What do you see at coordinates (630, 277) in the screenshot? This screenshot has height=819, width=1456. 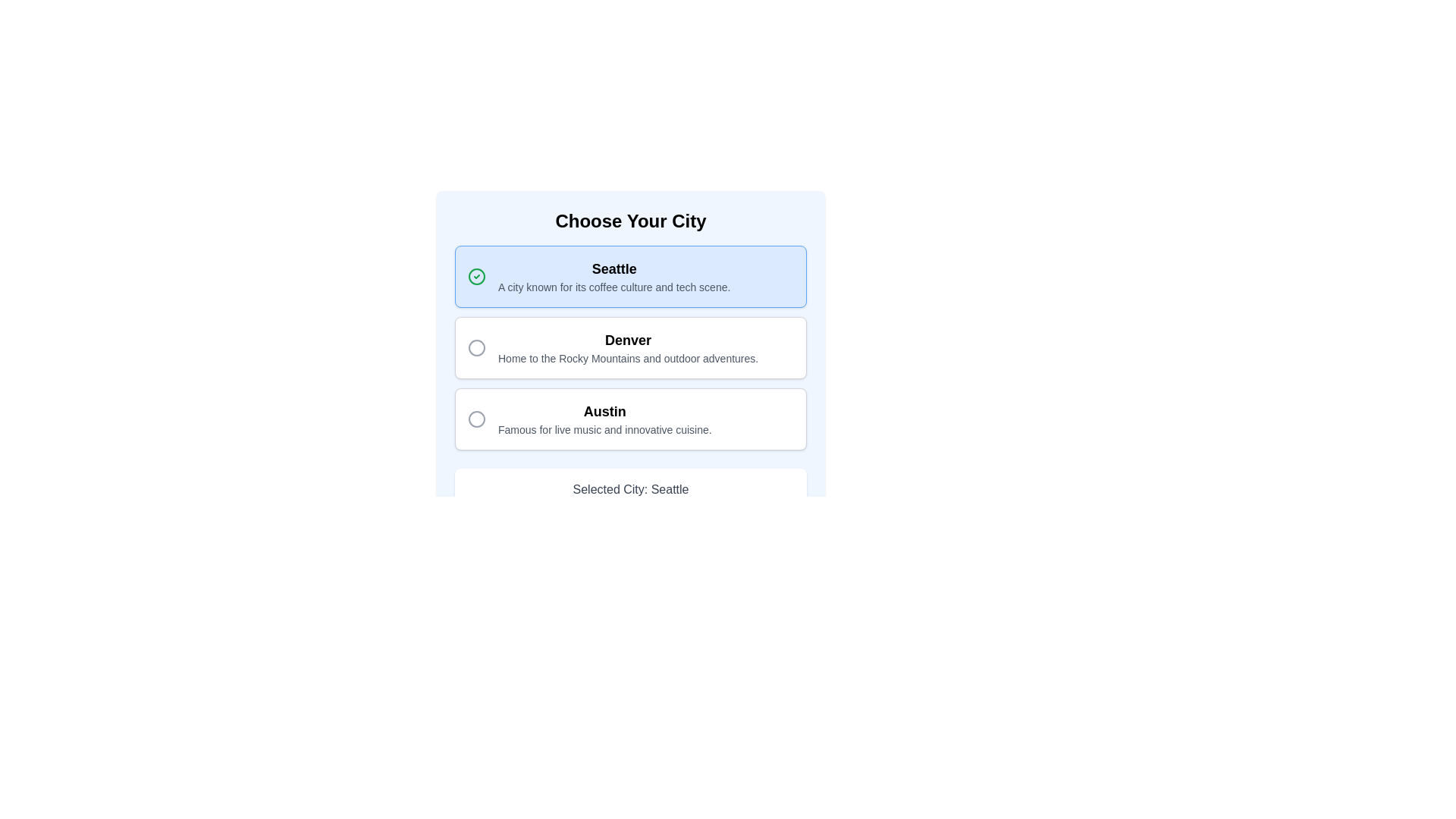 I see `the text of the first selectable option for the city 'Seattle' to copy or highlight it` at bounding box center [630, 277].